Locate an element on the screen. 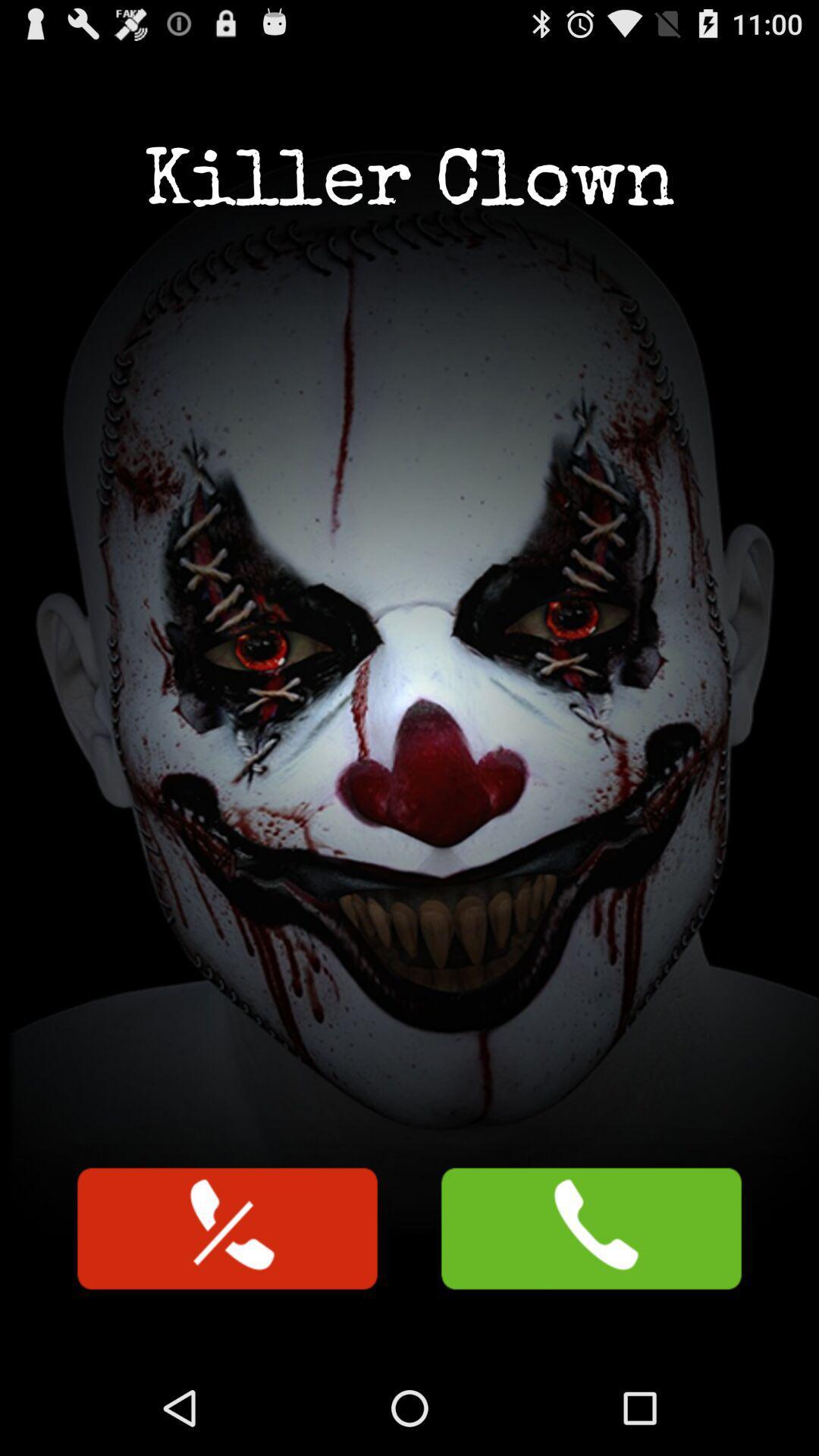  hang up is located at coordinates (227, 1228).